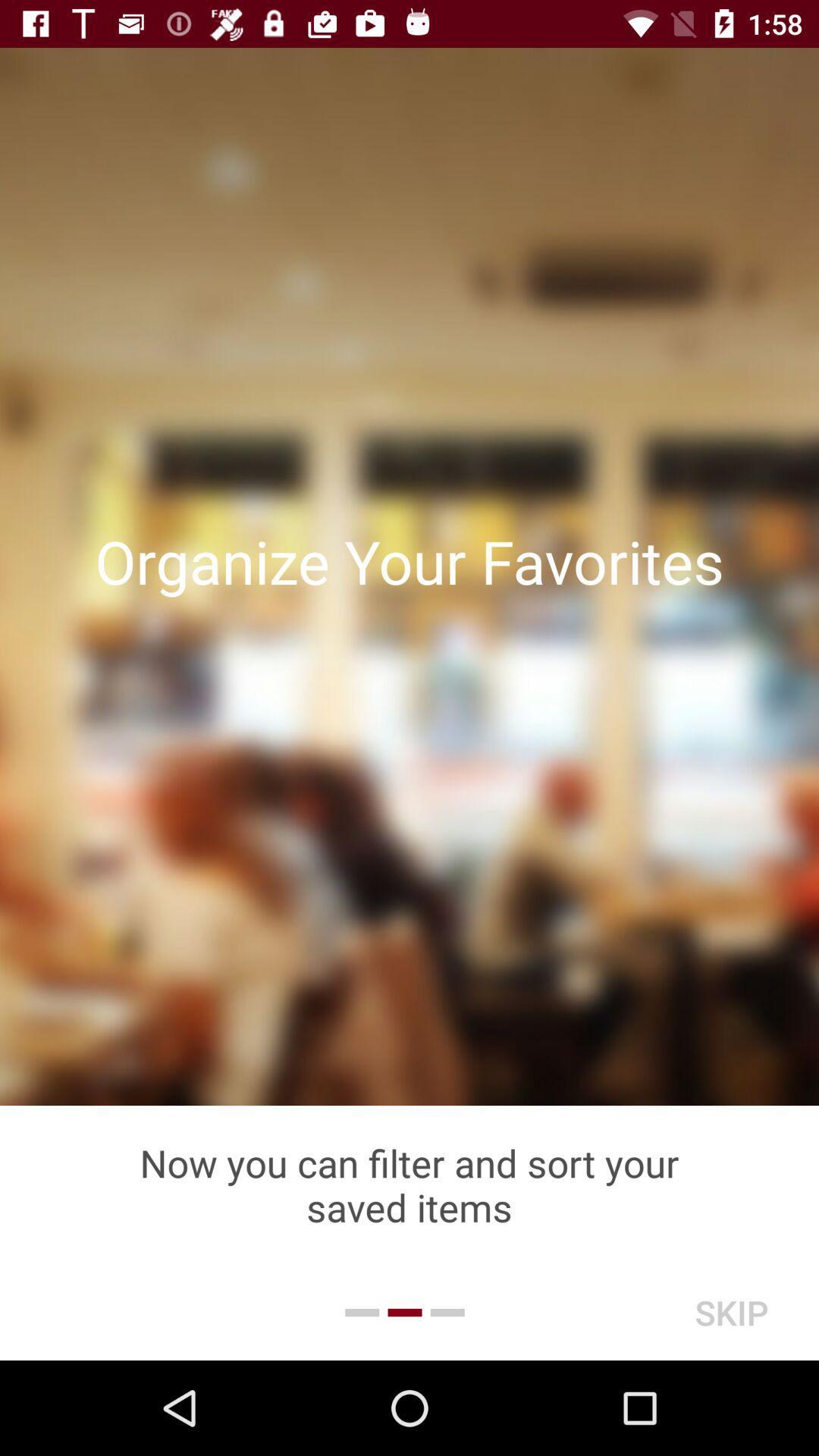 This screenshot has width=819, height=1456. Describe the element at coordinates (730, 1312) in the screenshot. I see `the skip` at that location.